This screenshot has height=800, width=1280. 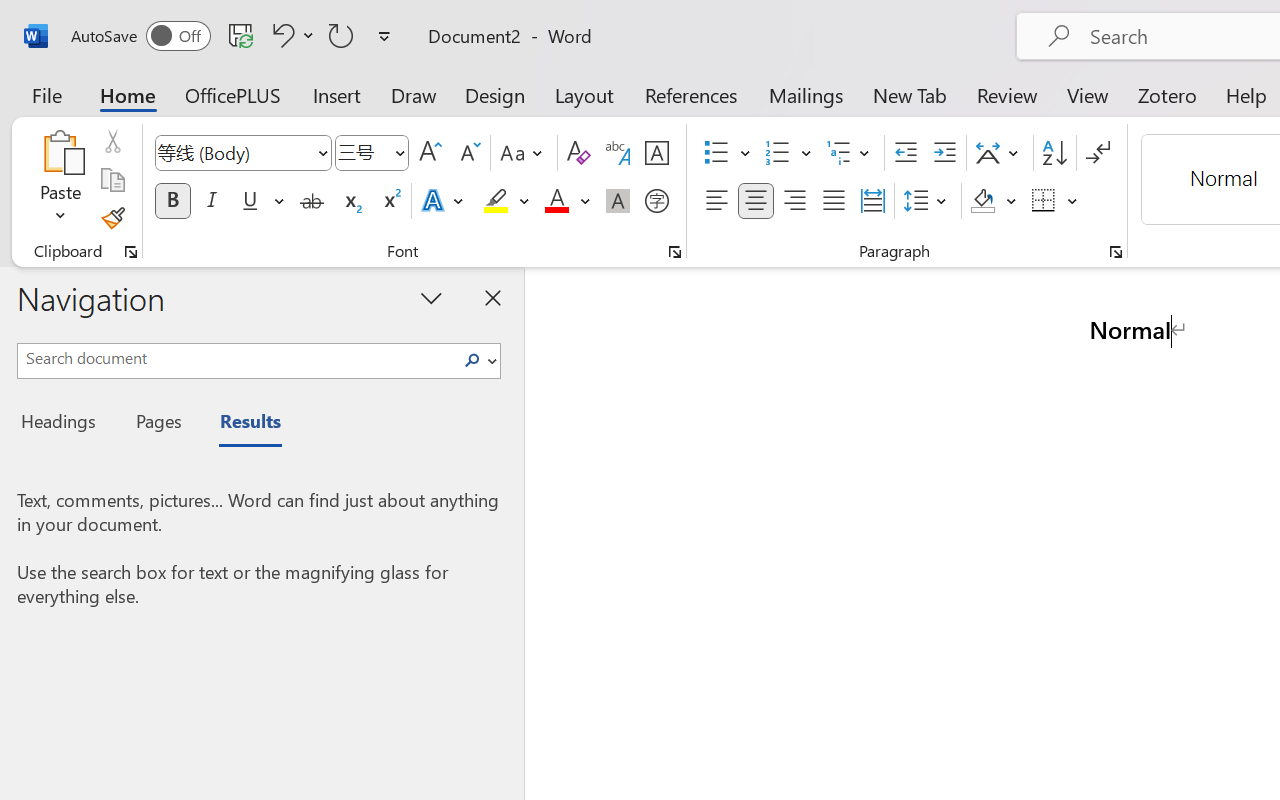 What do you see at coordinates (1007, 94) in the screenshot?
I see `'Review'` at bounding box center [1007, 94].